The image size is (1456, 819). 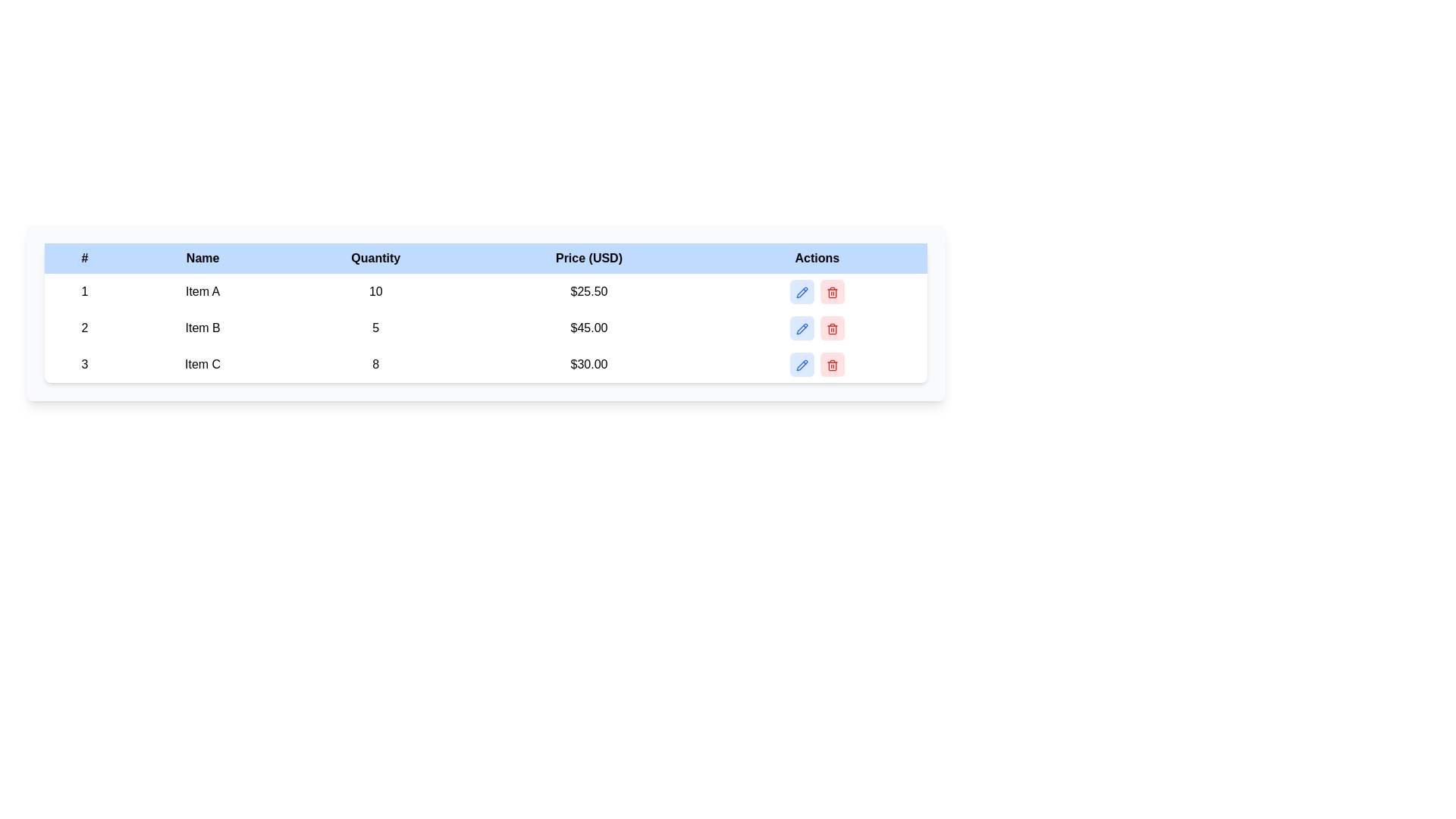 What do you see at coordinates (375, 365) in the screenshot?
I see `the Text label displaying the quantity of 'Item C' in the table, located in the 'Quantity' column between the Name 'Item C' and the Price '$30.00'` at bounding box center [375, 365].